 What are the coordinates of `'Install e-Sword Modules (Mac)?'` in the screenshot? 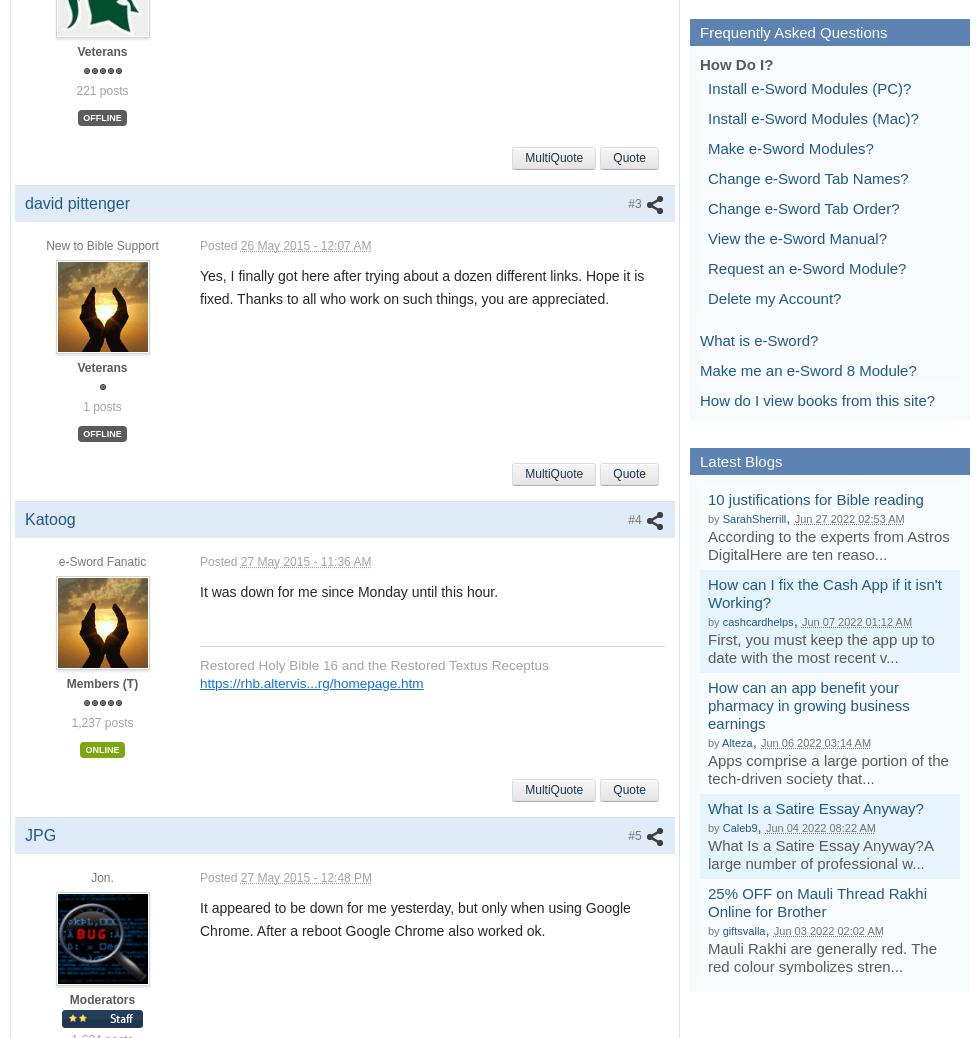 It's located at (813, 116).